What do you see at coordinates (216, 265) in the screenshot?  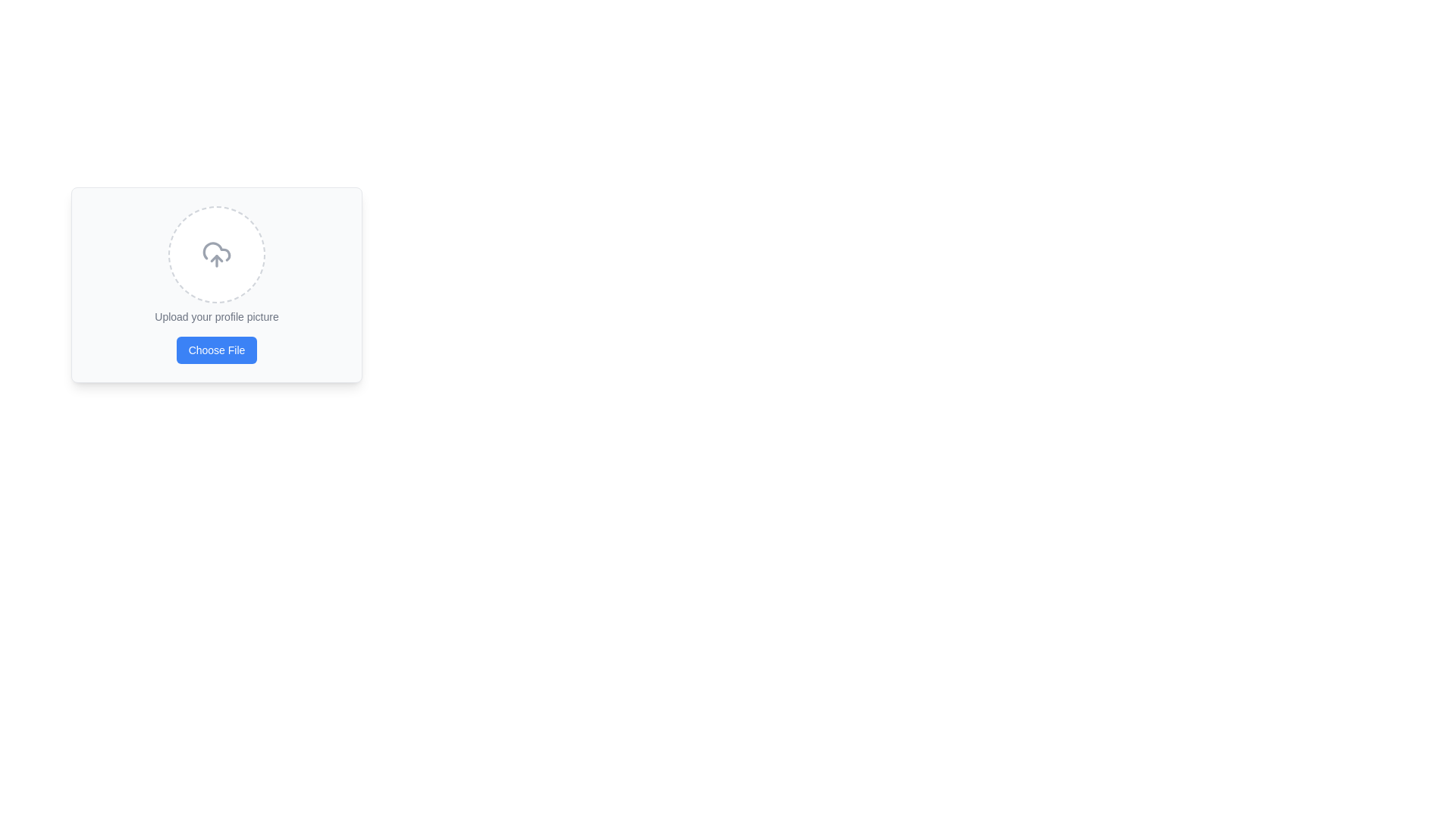 I see `and drop a file into the Upload area, which features a dashed circular outline with a cloud upload icon and the label 'Upload your profile picture' below it` at bounding box center [216, 265].